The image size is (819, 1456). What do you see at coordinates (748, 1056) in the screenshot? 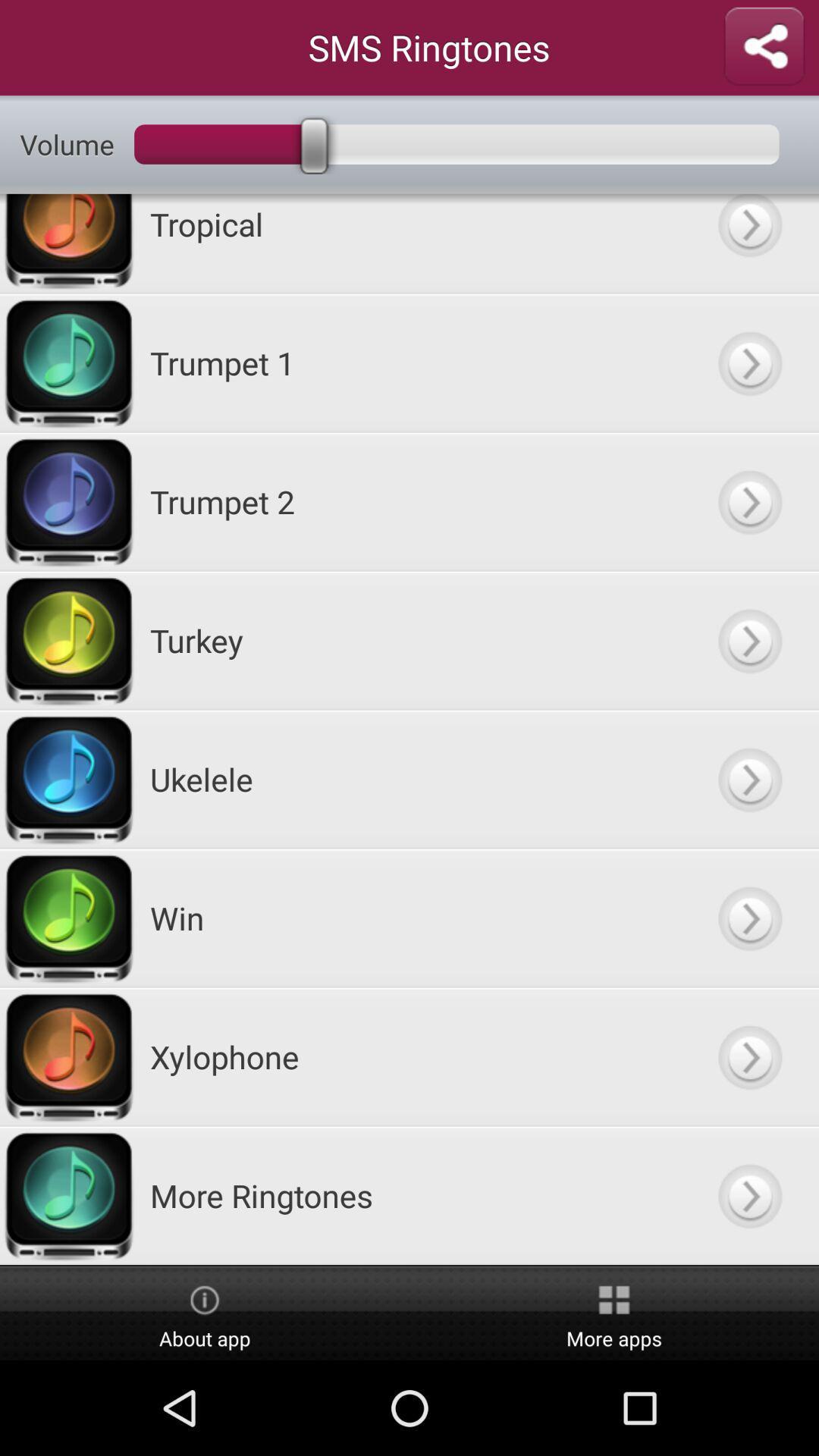
I see `for word` at bounding box center [748, 1056].